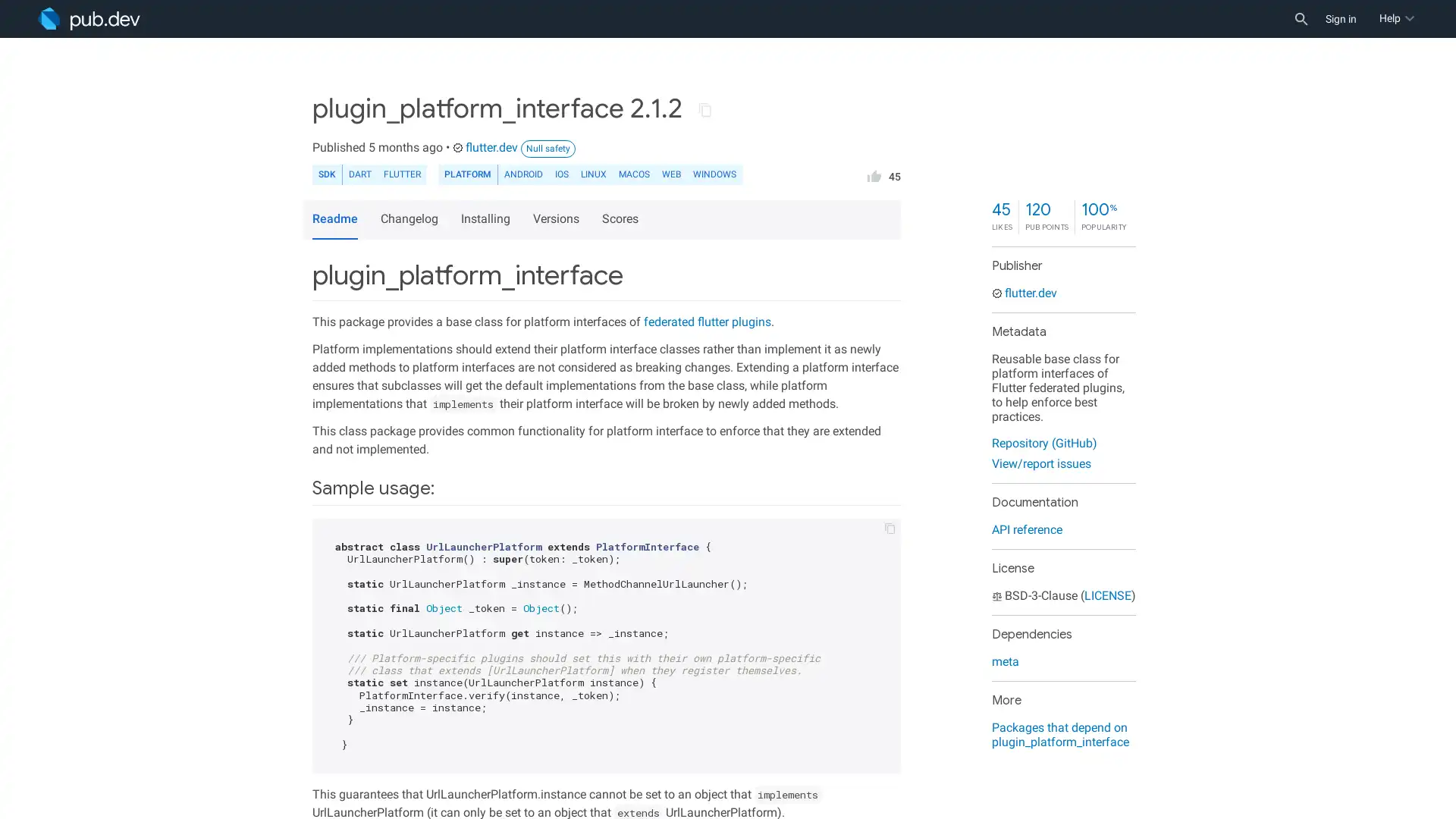 The image size is (1456, 819). Describe the element at coordinates (874, 174) in the screenshot. I see `Like this package` at that location.